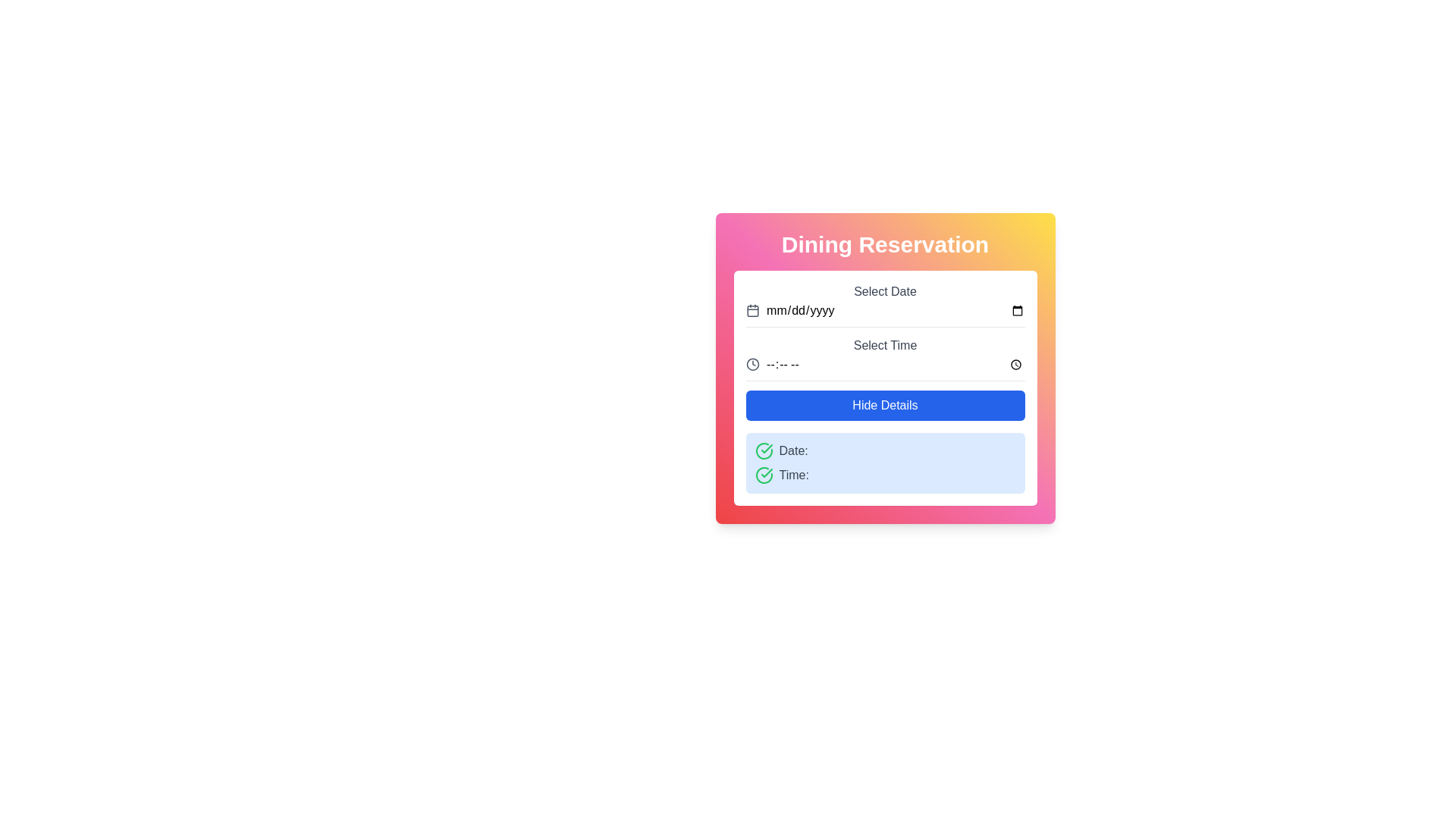 Image resolution: width=1456 pixels, height=819 pixels. What do you see at coordinates (885, 405) in the screenshot?
I see `the 'Hide Details' button, which is a blue rectangular button with white text and rounded corners, located below the input fields and above the detail display area` at bounding box center [885, 405].